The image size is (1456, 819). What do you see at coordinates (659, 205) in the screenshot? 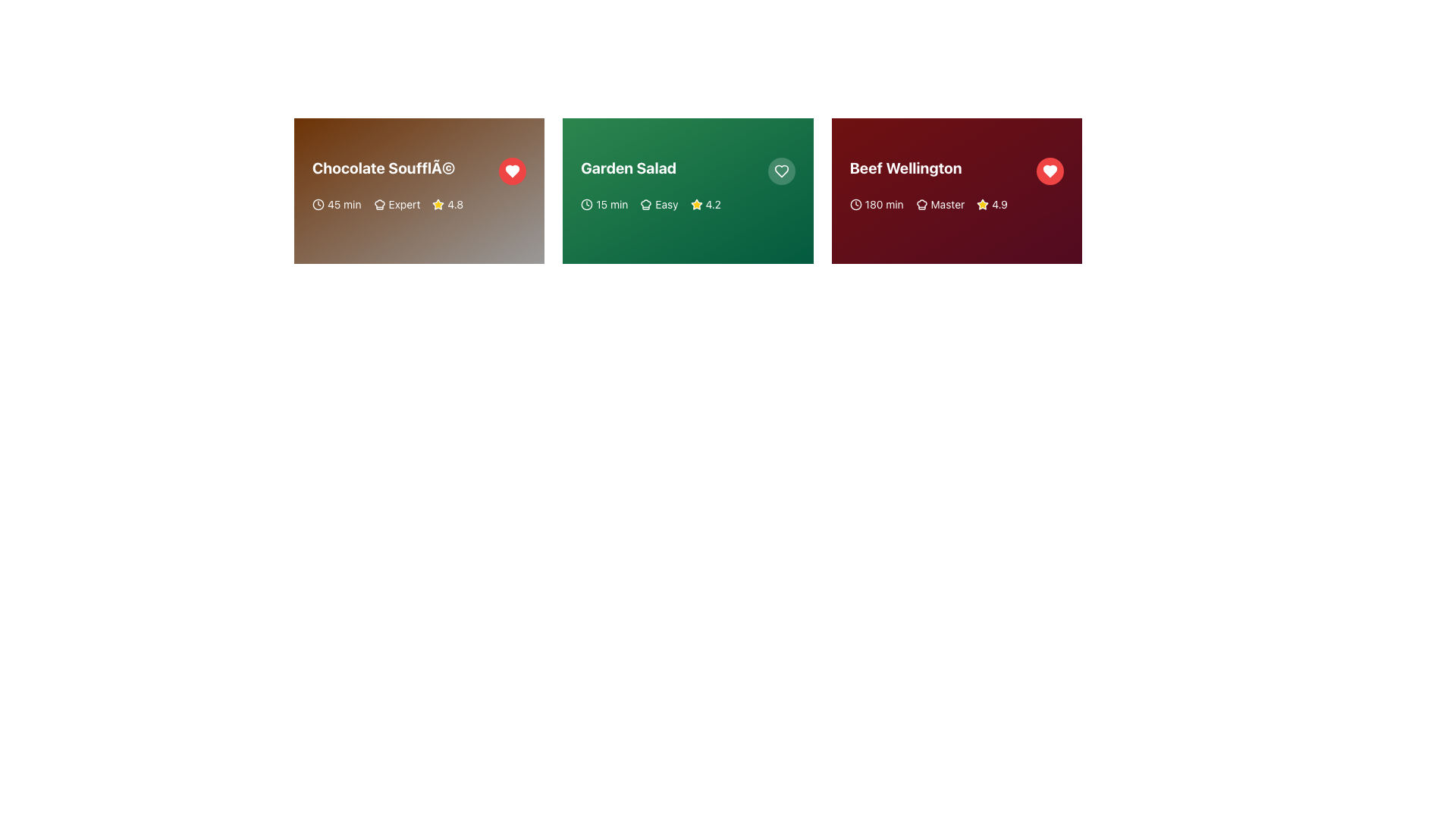
I see `the difficulty level label with an icon indicating that the recipe is easy to prepare, located within the 'Garden Salad' card, positioned below the dish name and next to the '15 min' label` at bounding box center [659, 205].